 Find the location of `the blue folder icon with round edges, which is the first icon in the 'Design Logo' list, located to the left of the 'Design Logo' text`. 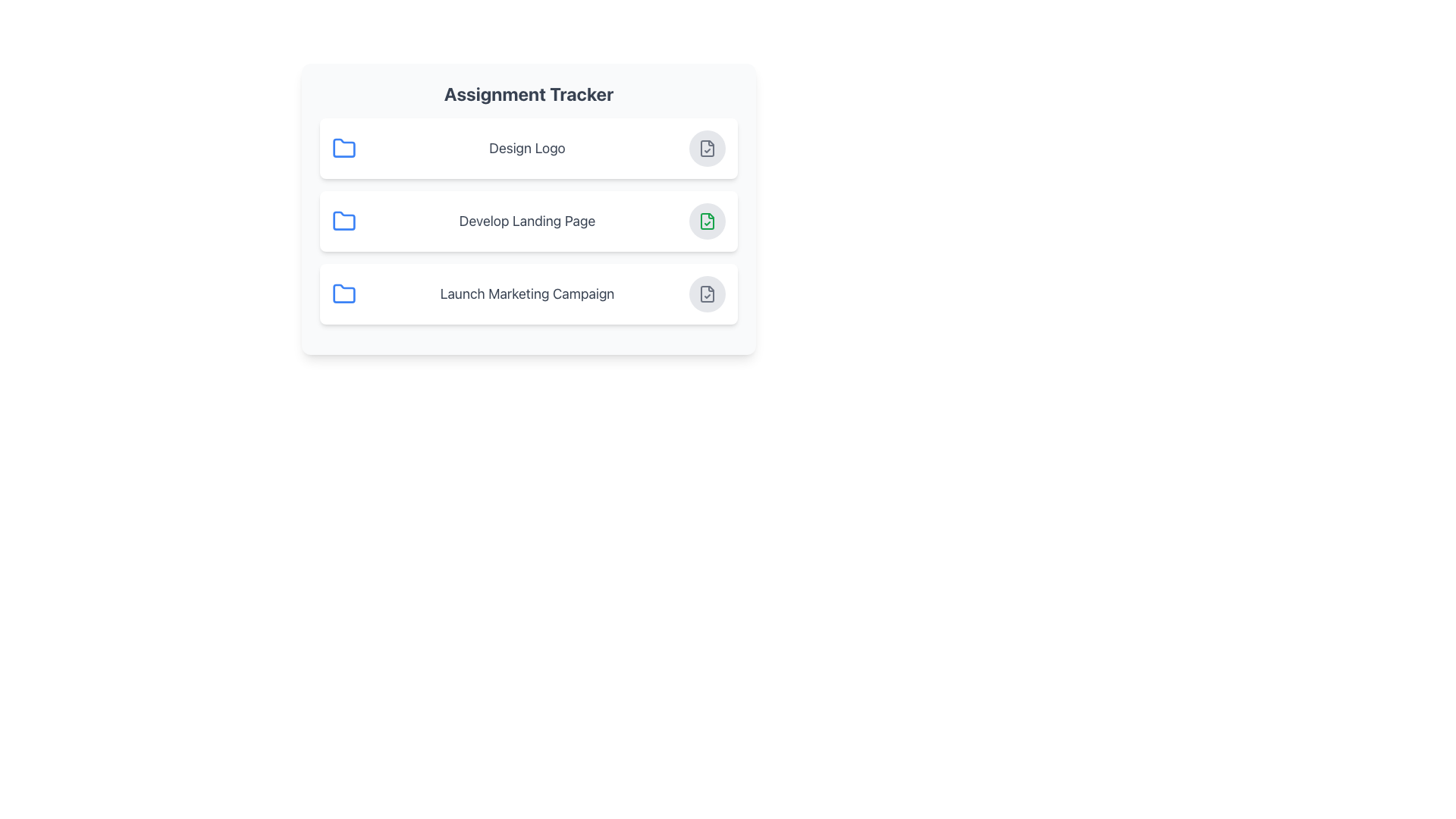

the blue folder icon with round edges, which is the first icon in the 'Design Logo' list, located to the left of the 'Design Logo' text is located at coordinates (344, 149).